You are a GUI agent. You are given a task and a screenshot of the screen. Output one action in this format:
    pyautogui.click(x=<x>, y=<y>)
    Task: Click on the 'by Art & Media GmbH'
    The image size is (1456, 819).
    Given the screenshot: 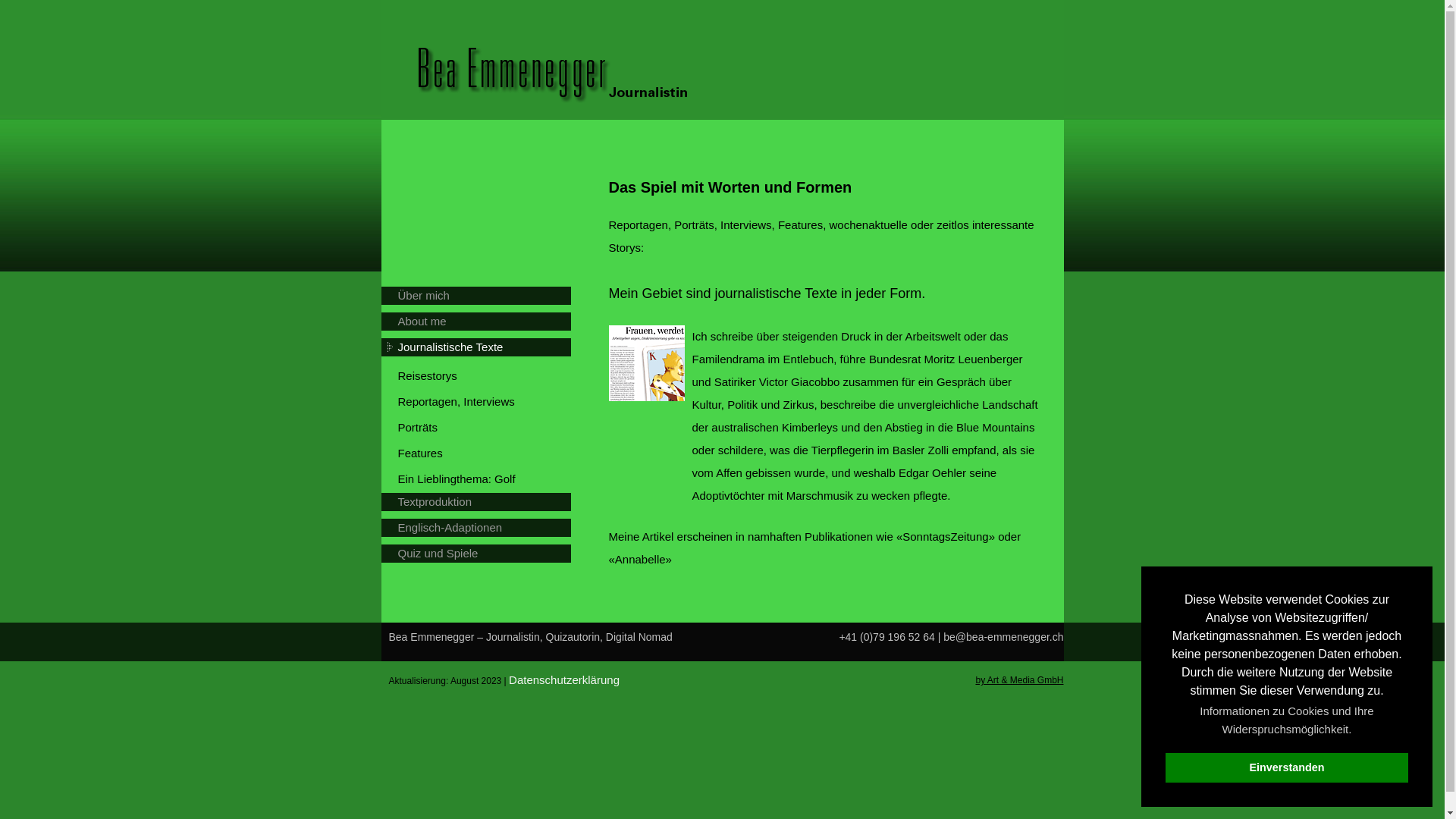 What is the action you would take?
    pyautogui.click(x=1019, y=679)
    